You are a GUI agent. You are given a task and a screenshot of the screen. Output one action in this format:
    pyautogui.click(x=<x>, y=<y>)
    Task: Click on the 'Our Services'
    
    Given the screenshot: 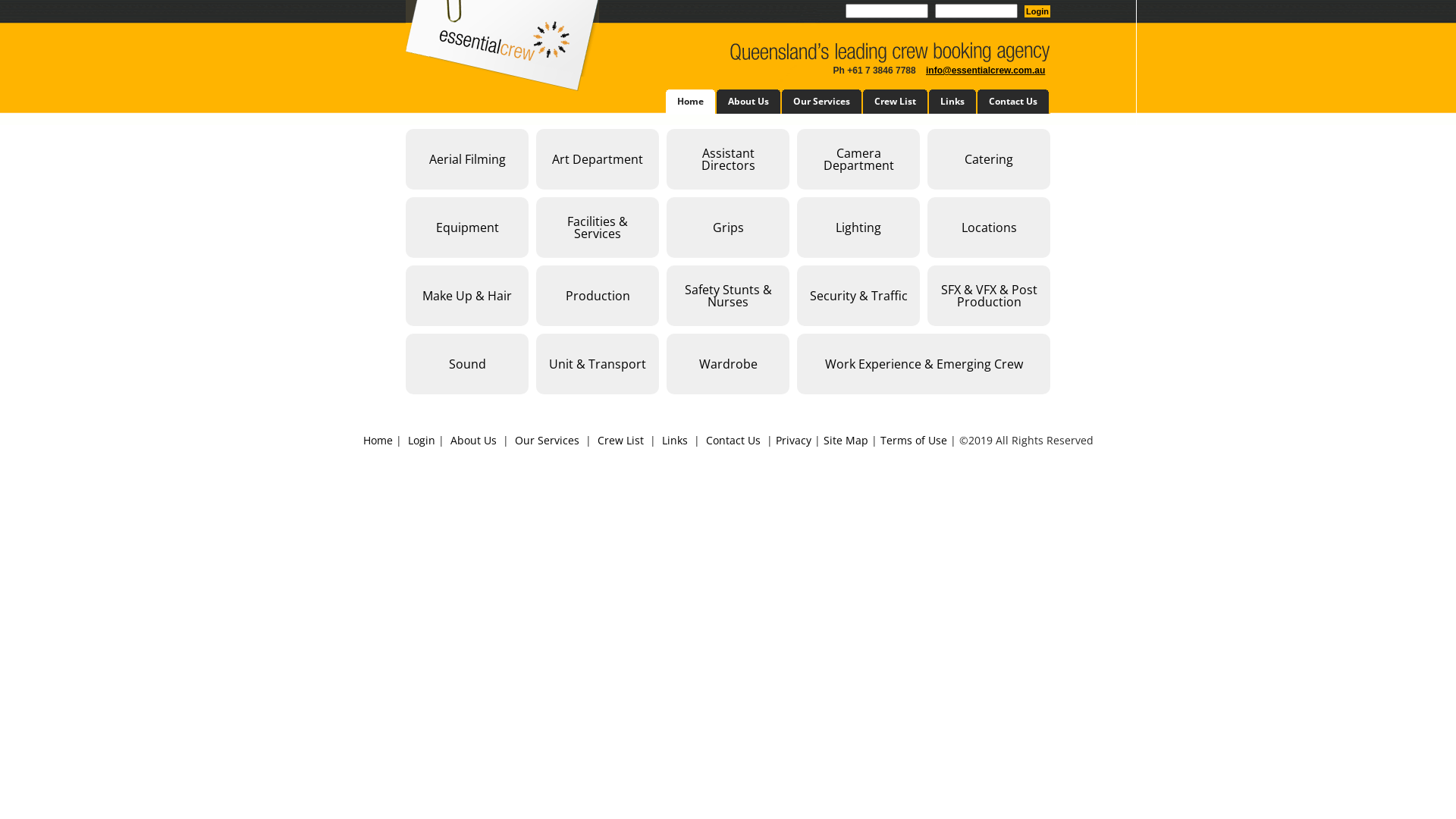 What is the action you would take?
    pyautogui.click(x=546, y=440)
    